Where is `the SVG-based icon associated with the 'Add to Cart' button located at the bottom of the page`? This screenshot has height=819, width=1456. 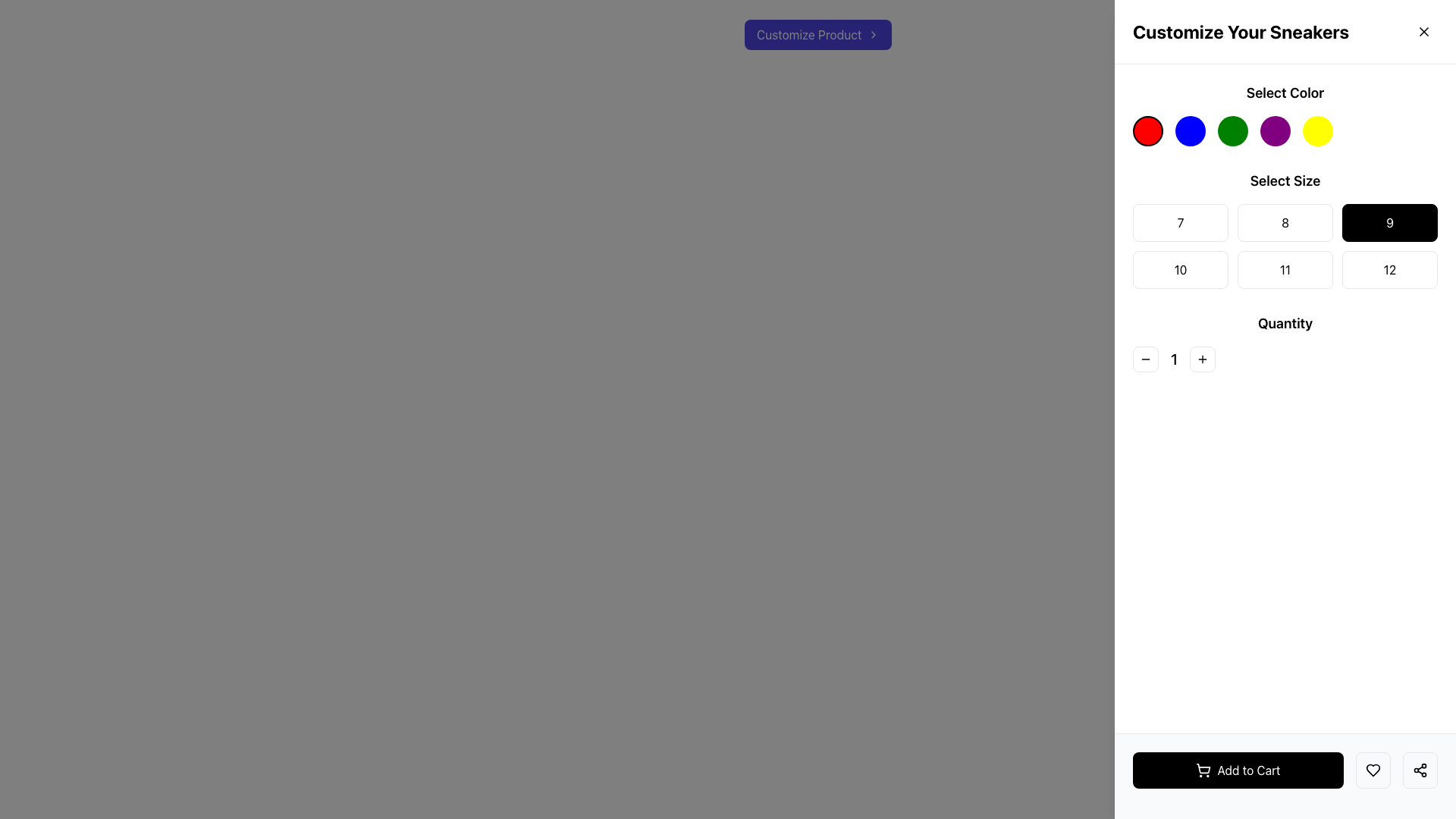
the SVG-based icon associated with the 'Add to Cart' button located at the bottom of the page is located at coordinates (1203, 768).